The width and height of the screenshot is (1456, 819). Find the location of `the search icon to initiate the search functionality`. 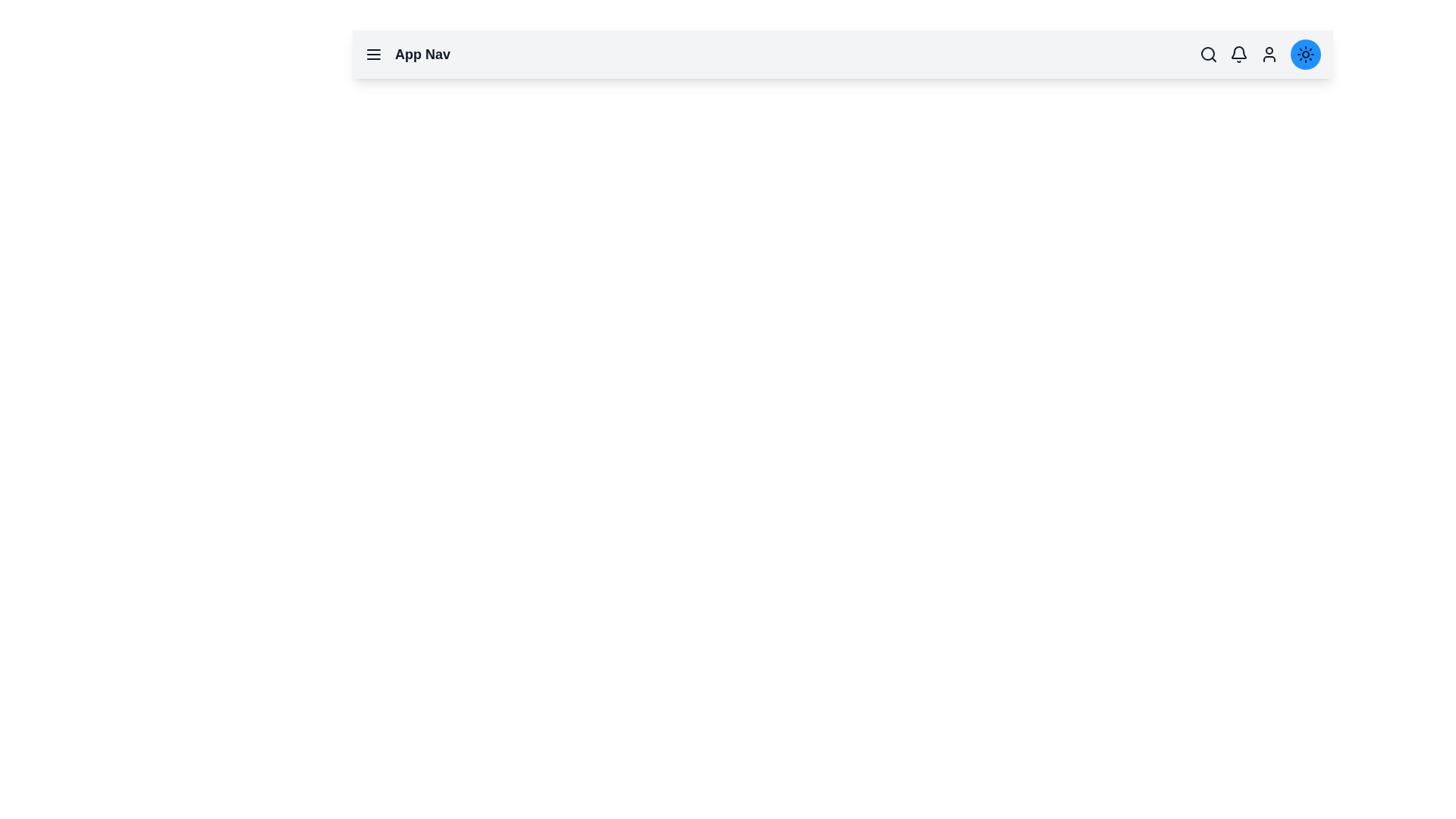

the search icon to initiate the search functionality is located at coordinates (1207, 54).